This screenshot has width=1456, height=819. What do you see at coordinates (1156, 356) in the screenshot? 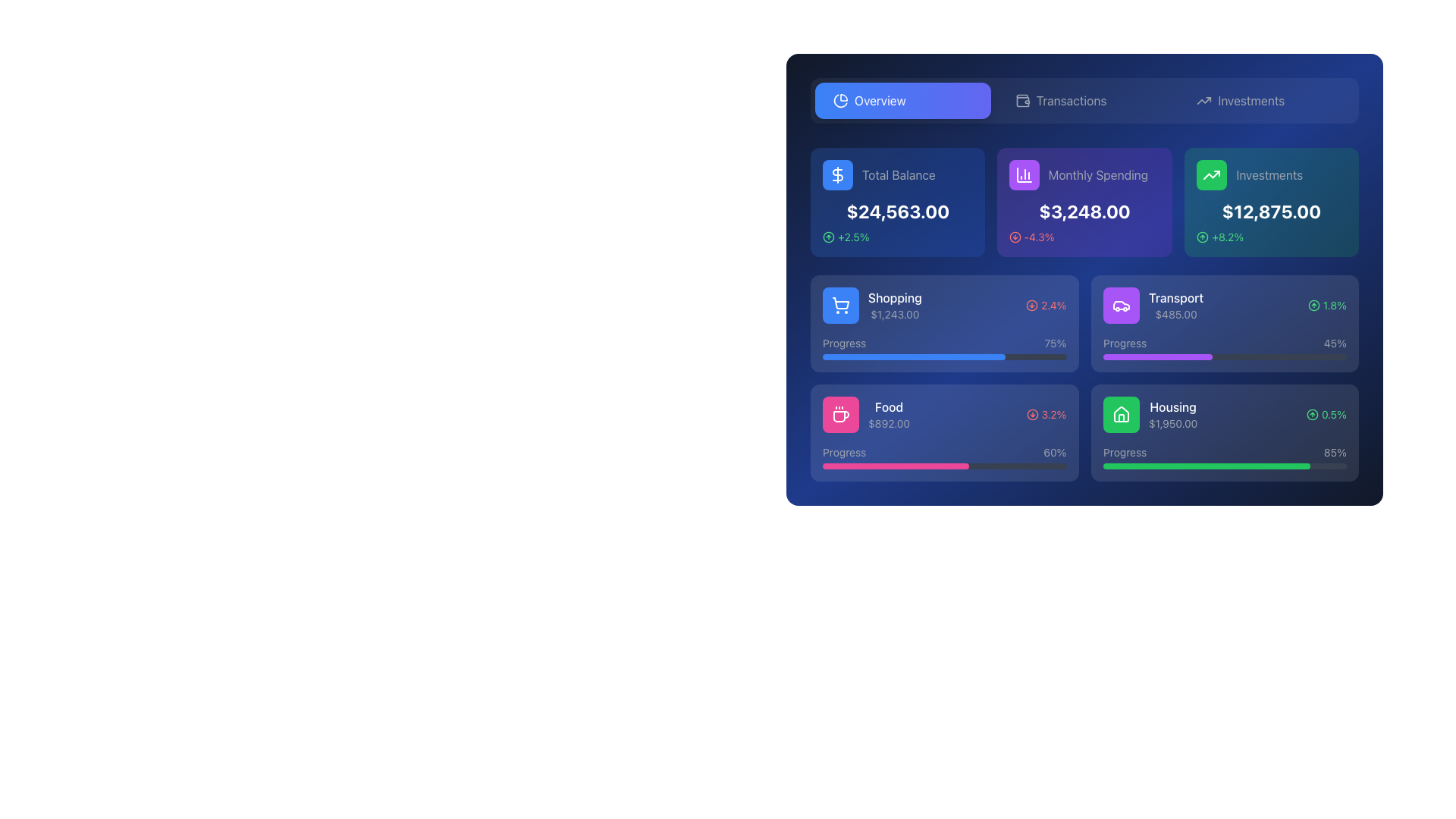
I see `visual indicator of the horizontal purple progress bar segment indicating 45% completion within the 'Transport' section` at bounding box center [1156, 356].